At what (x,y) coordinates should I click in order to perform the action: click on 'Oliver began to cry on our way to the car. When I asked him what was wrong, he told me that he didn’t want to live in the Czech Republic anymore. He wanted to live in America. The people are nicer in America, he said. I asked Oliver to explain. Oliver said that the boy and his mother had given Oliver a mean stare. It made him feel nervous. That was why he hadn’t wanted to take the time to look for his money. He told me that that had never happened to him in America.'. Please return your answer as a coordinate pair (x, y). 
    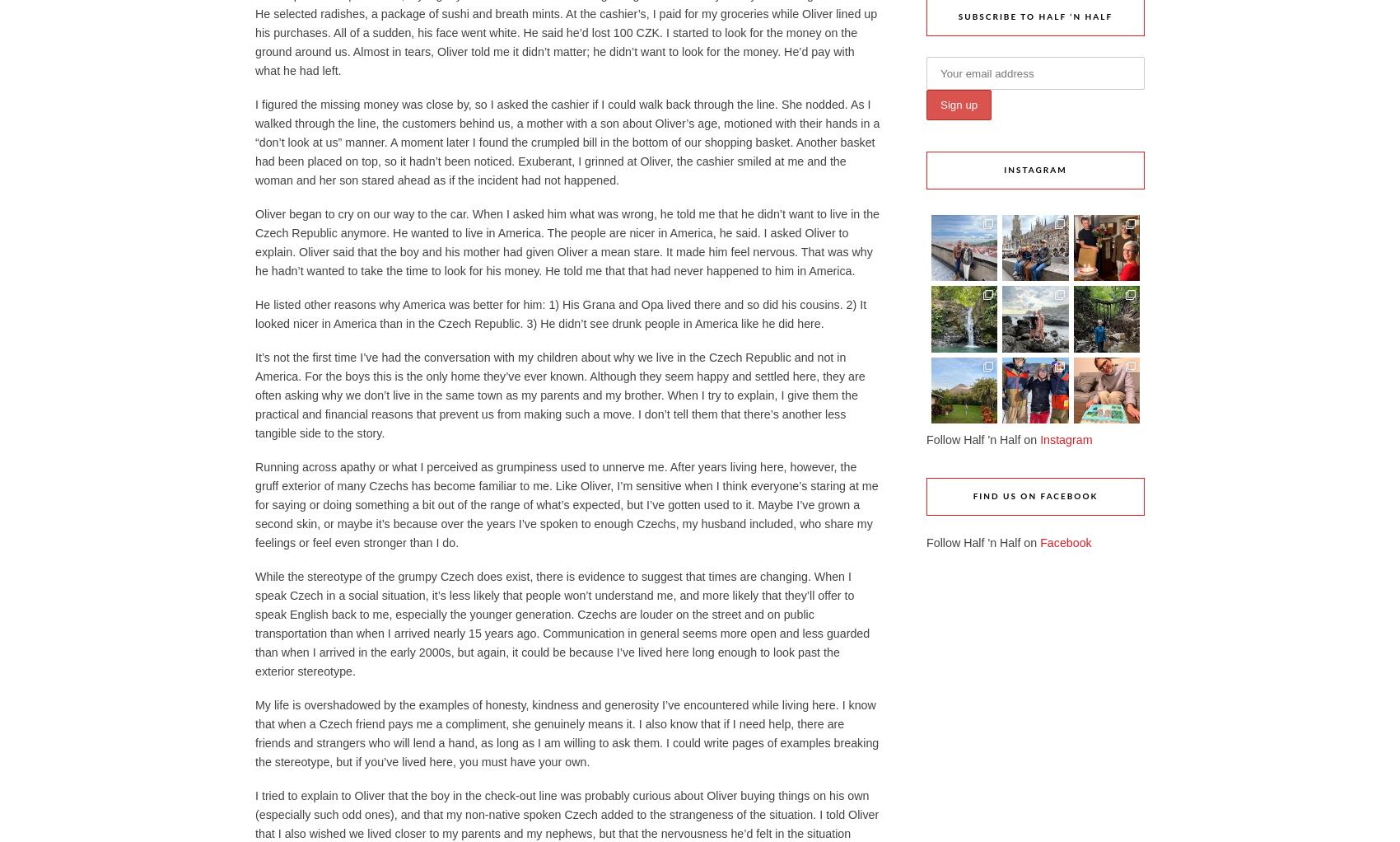
    Looking at the image, I should click on (567, 241).